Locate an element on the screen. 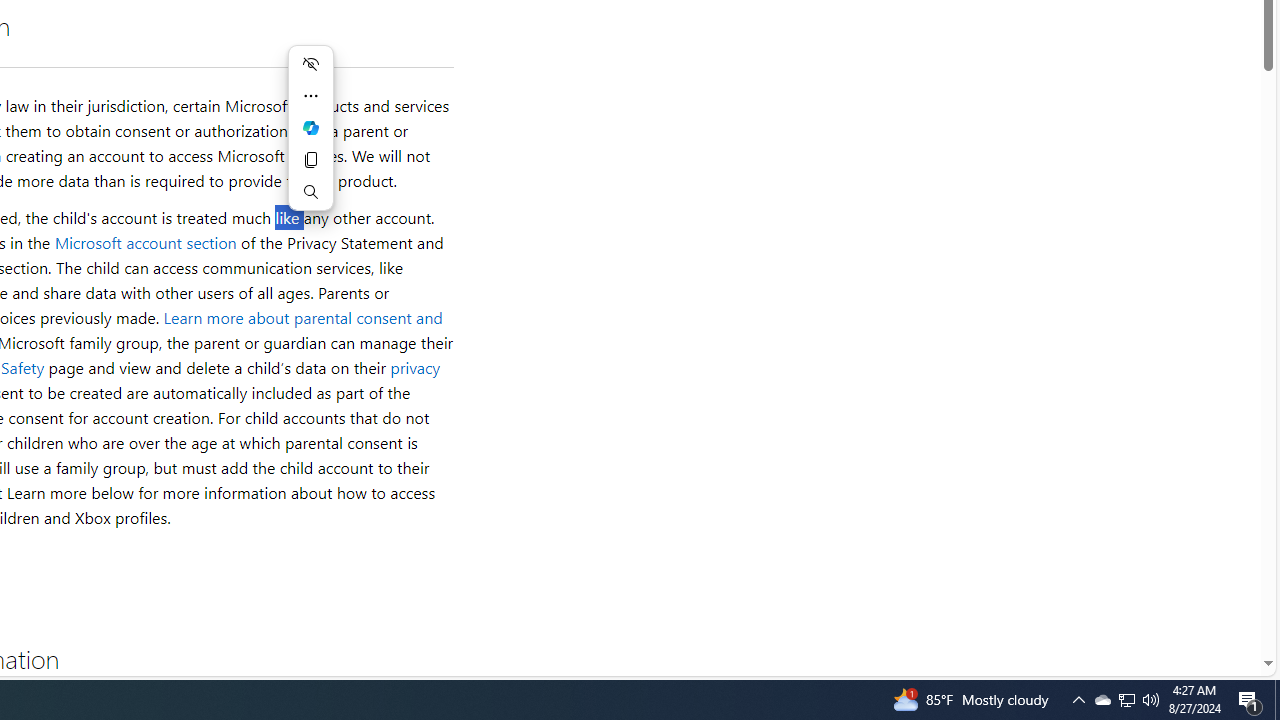  'Mini menu on text selection' is located at coordinates (310, 128).